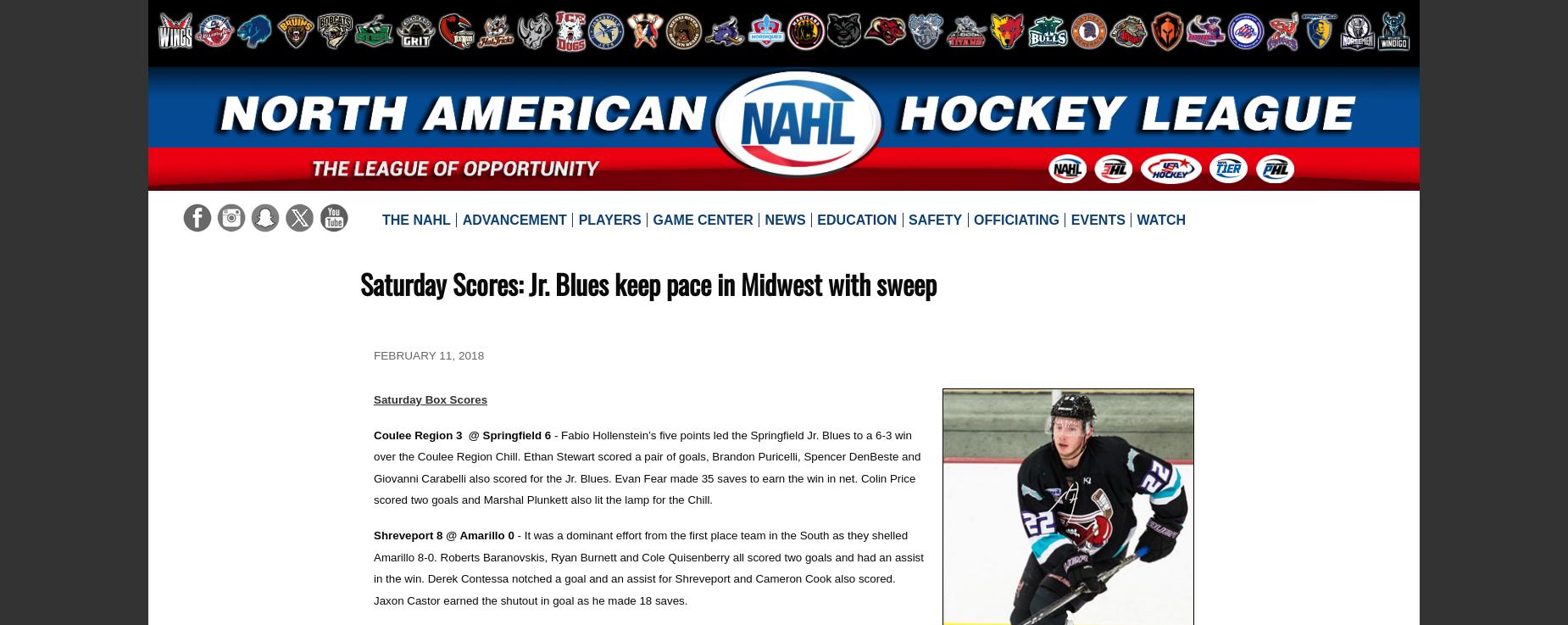  What do you see at coordinates (609, 218) in the screenshot?
I see `'Players'` at bounding box center [609, 218].